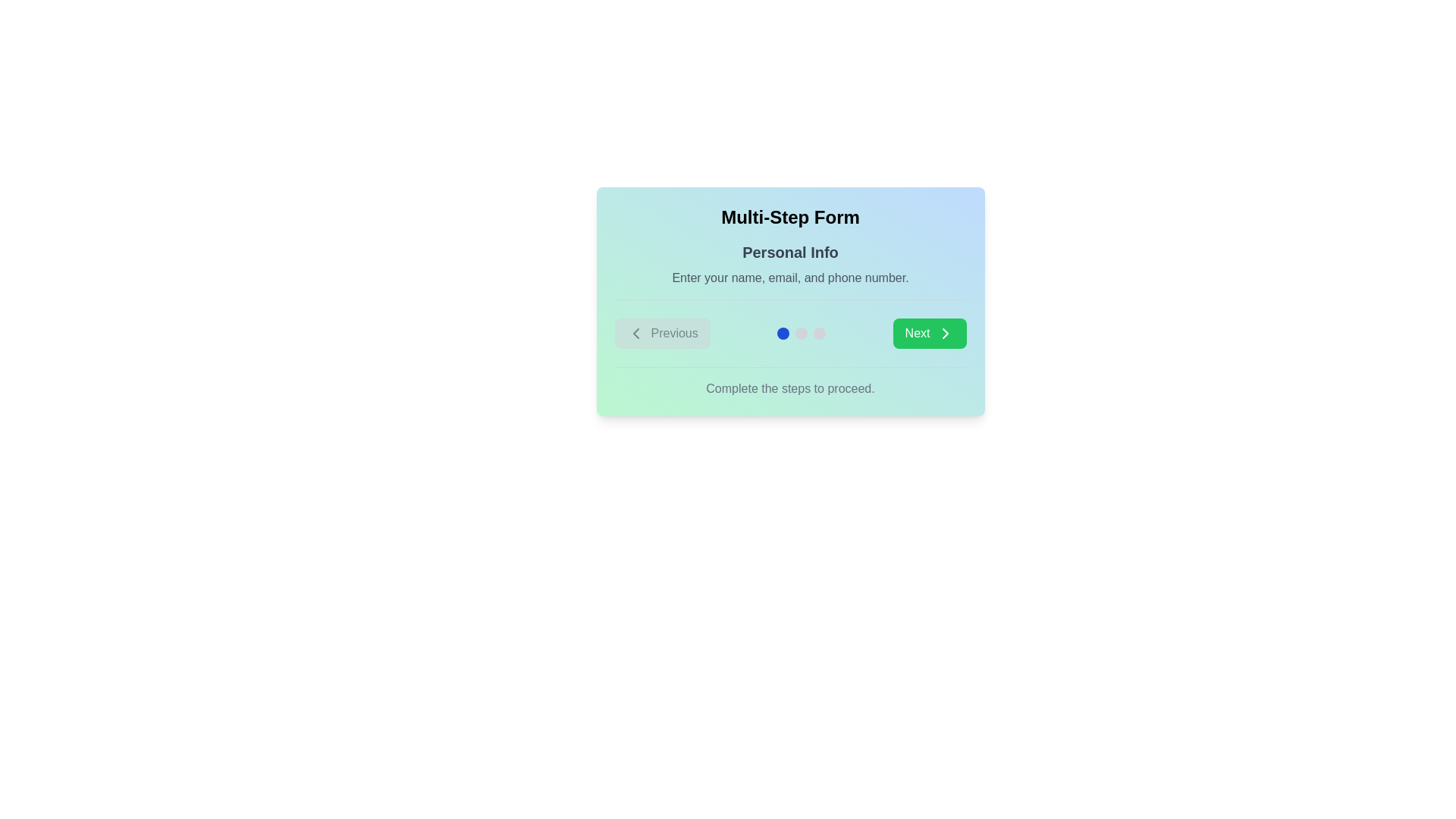 The height and width of the screenshot is (819, 1456). What do you see at coordinates (635, 332) in the screenshot?
I see `the left-pointing chevron-shaped arrow icon that is part of the 'Previous' button` at bounding box center [635, 332].